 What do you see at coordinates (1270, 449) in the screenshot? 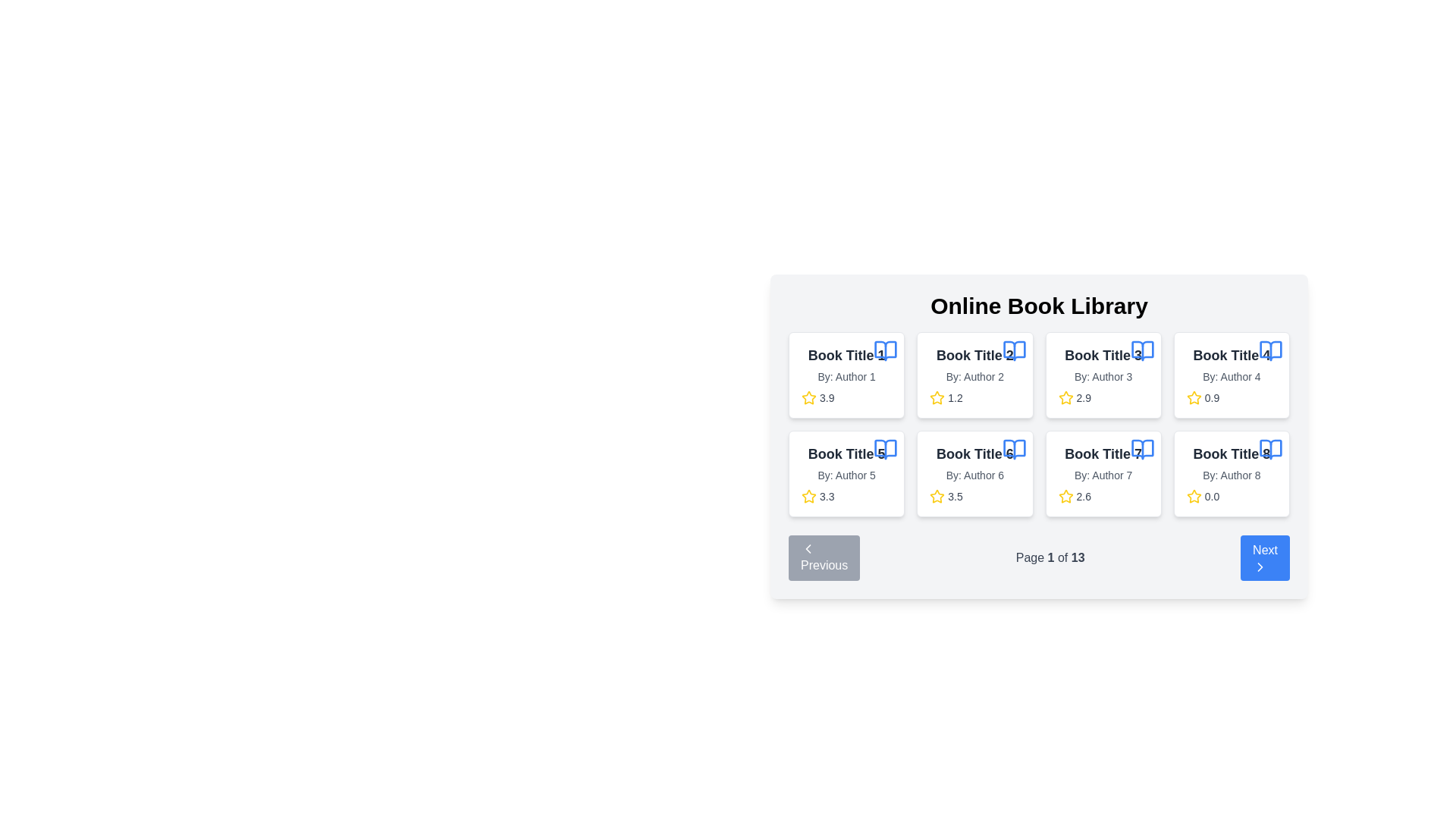
I see `the blue vector icon representing an open book, located in the bottom-right corner of the 'Book Title 8' item card in the grid layout` at bounding box center [1270, 449].